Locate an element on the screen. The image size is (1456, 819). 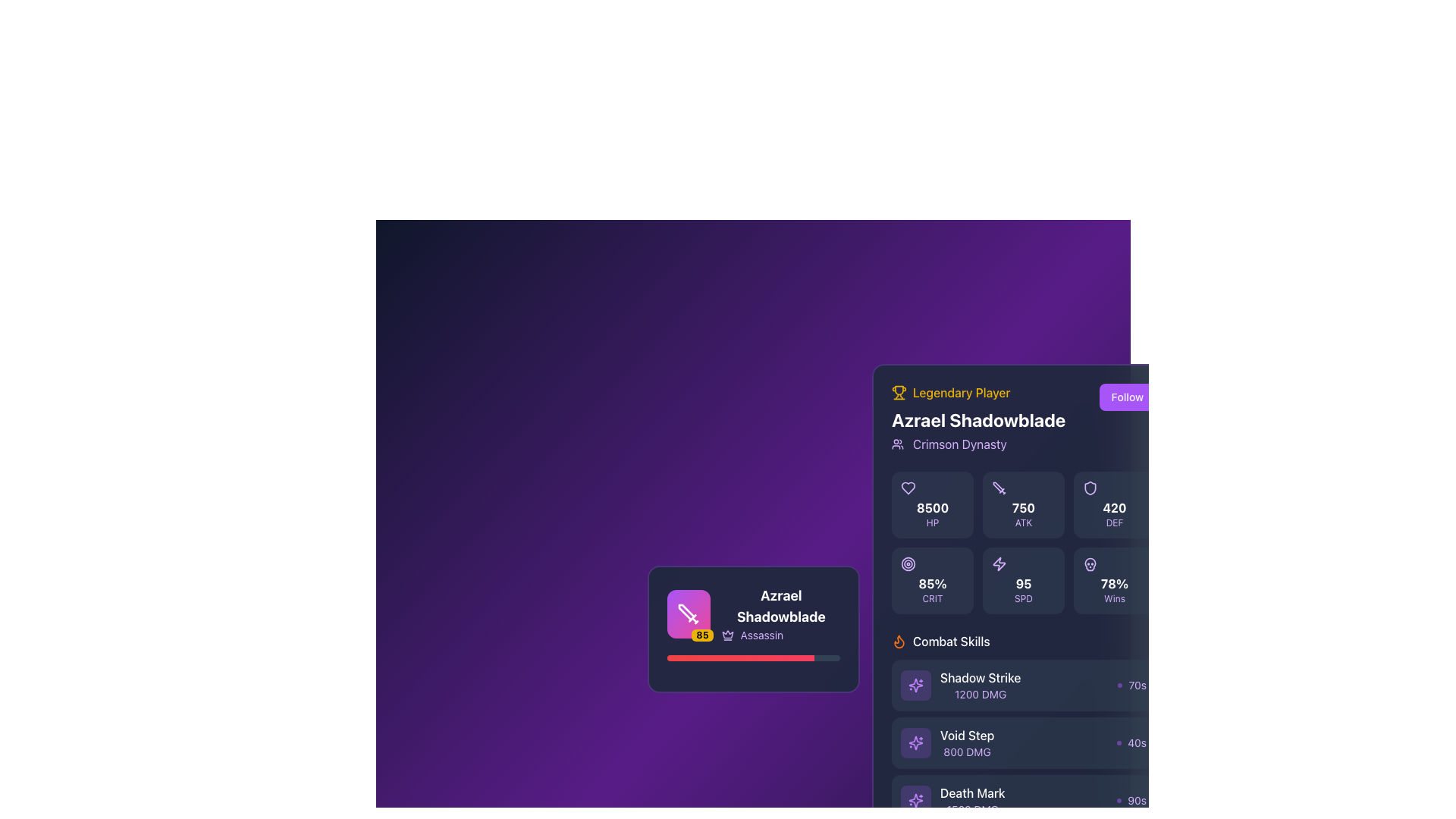
the Text label that indicates the attack attribute (ATK) positioned beneath the numeric value '750' in the section representing ATK is located at coordinates (1023, 522).